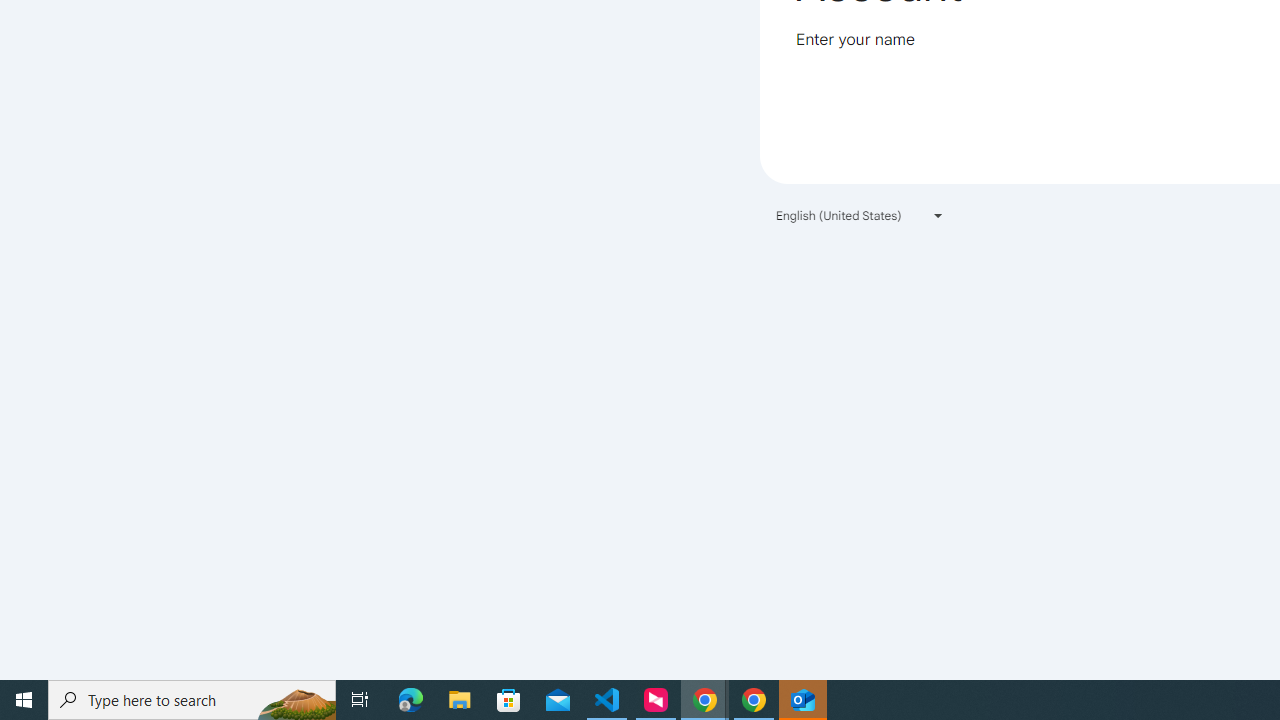  I want to click on 'English (United States)', so click(860, 215).